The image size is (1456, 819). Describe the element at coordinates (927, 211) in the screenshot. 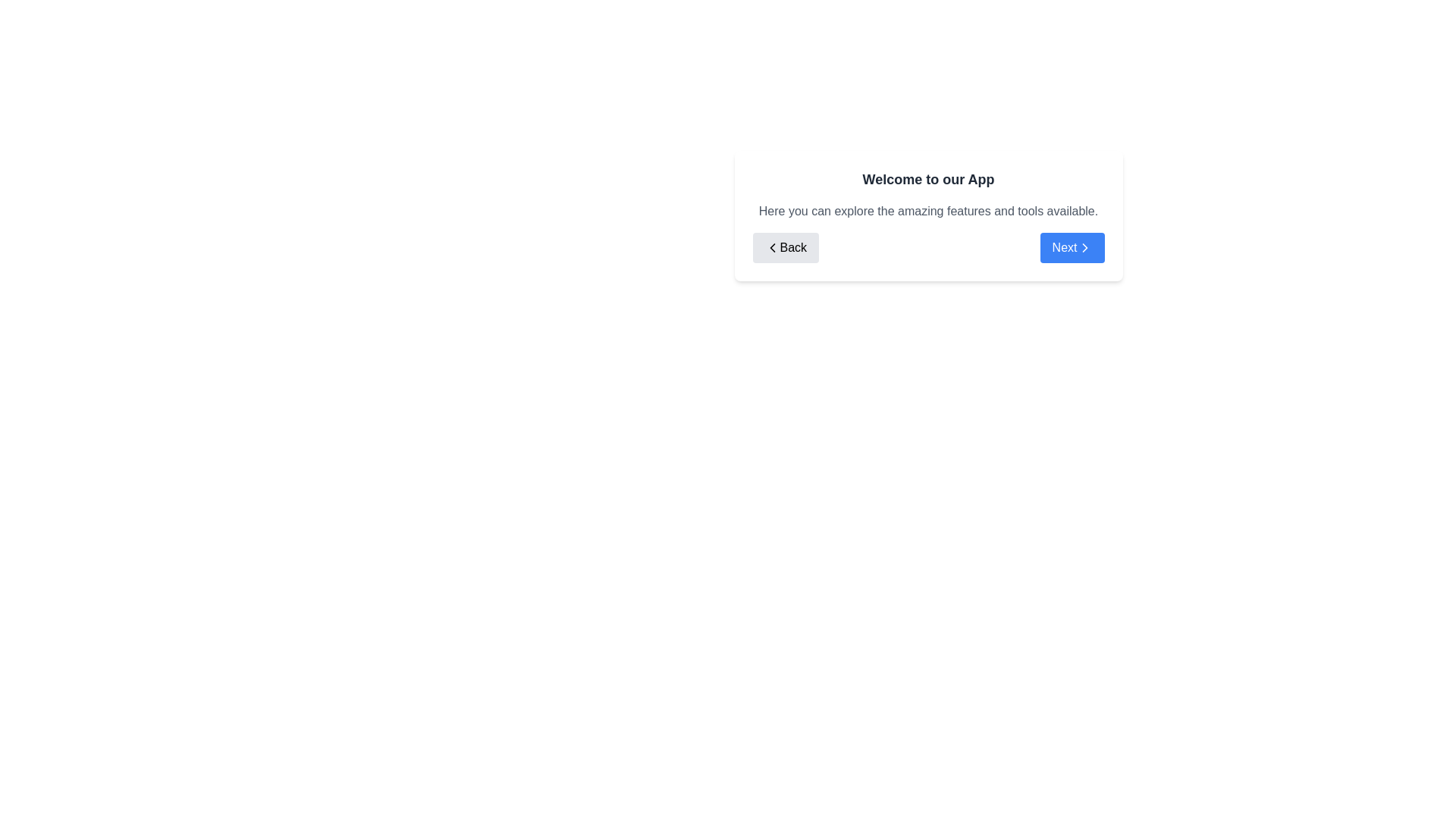

I see `the text element that provides a brief descriptive summary of the available features and tools, located directly below the 'Welcome to our App' heading` at that location.